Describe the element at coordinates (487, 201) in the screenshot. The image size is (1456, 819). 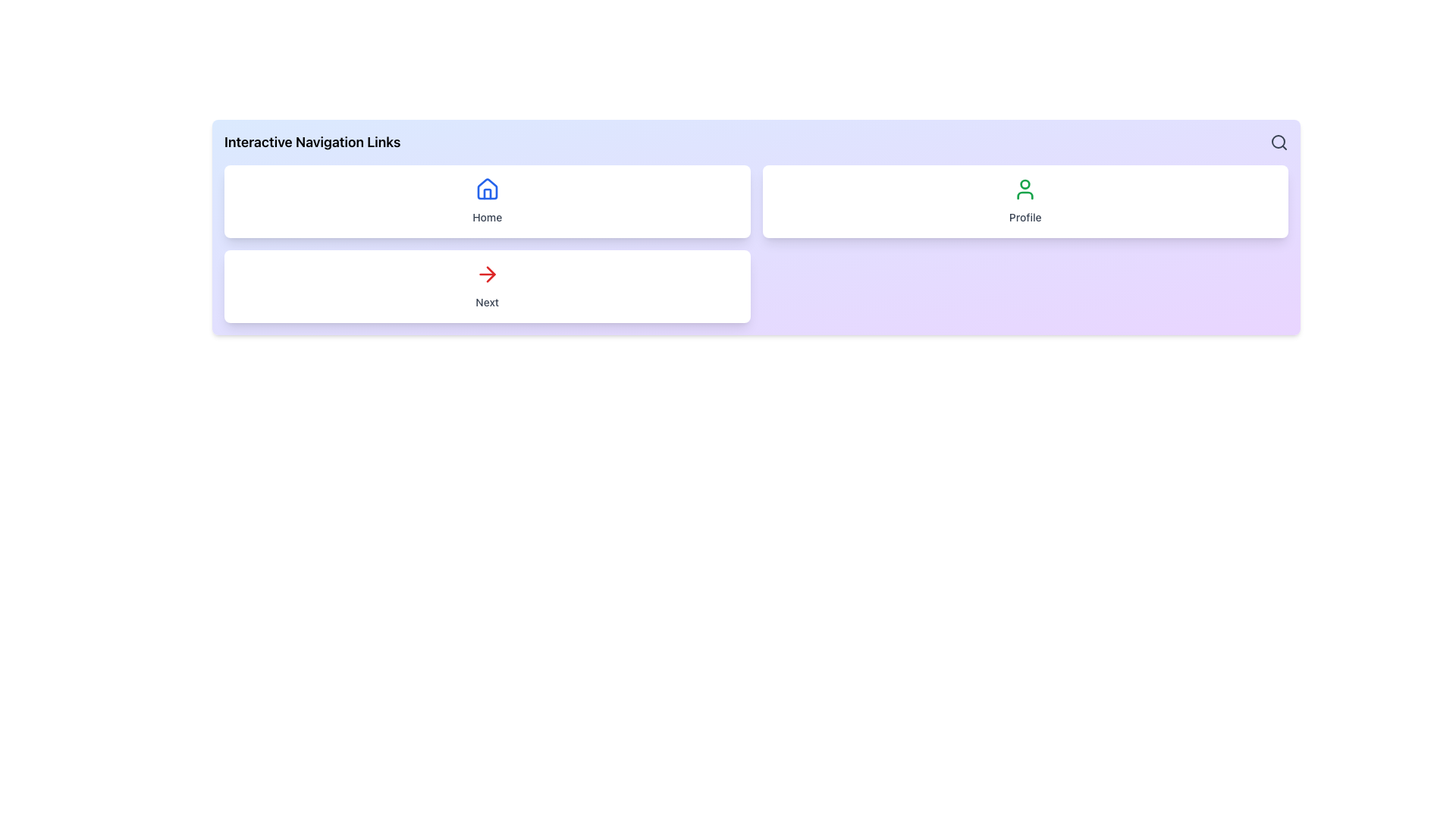
I see `the 'Home' button located in the upper-left of the layout` at that location.